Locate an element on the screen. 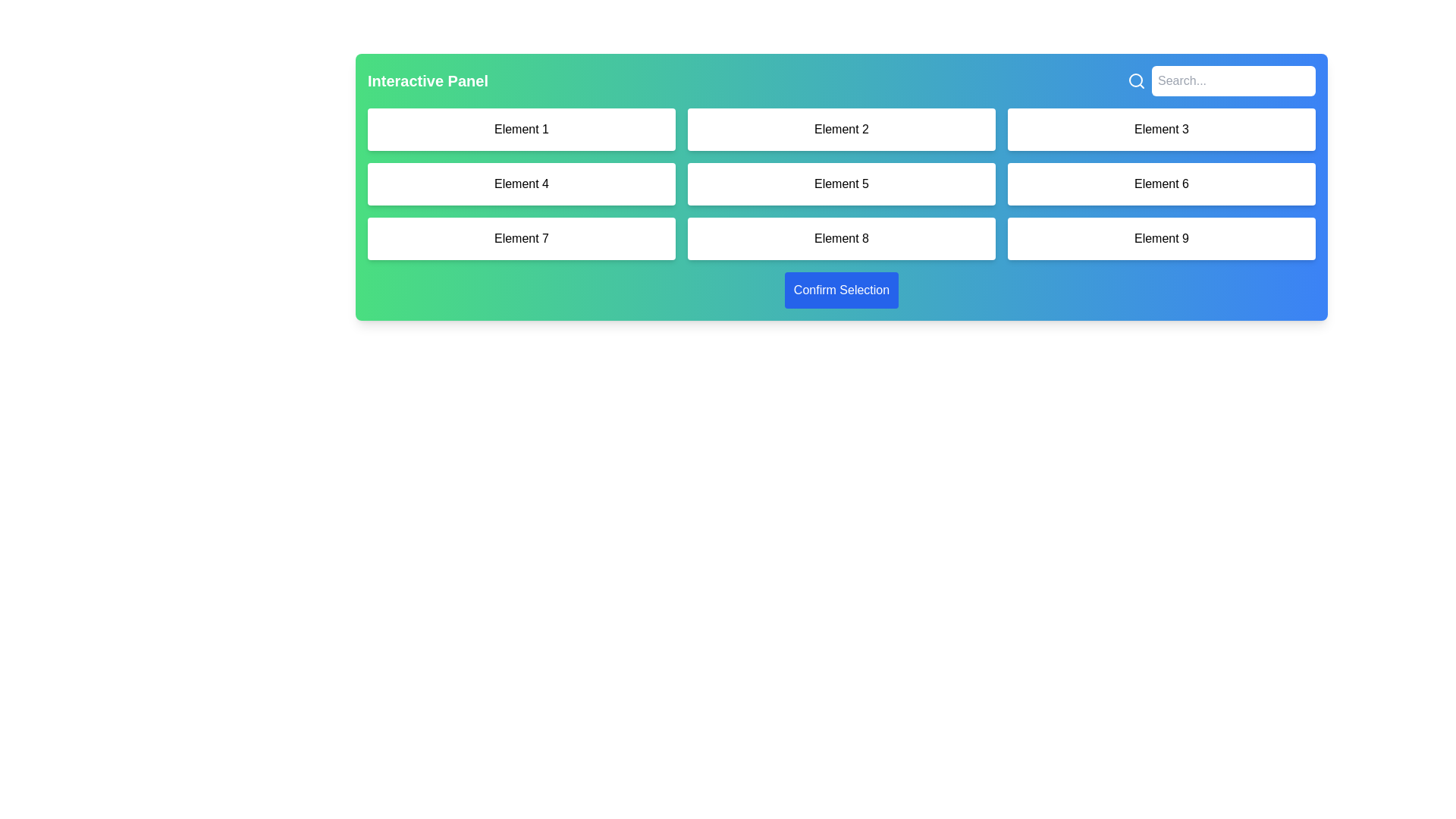 The width and height of the screenshot is (1456, 819). the interactive button located in the bottom row, middle column of a 3x3 grid layout is located at coordinates (840, 239).